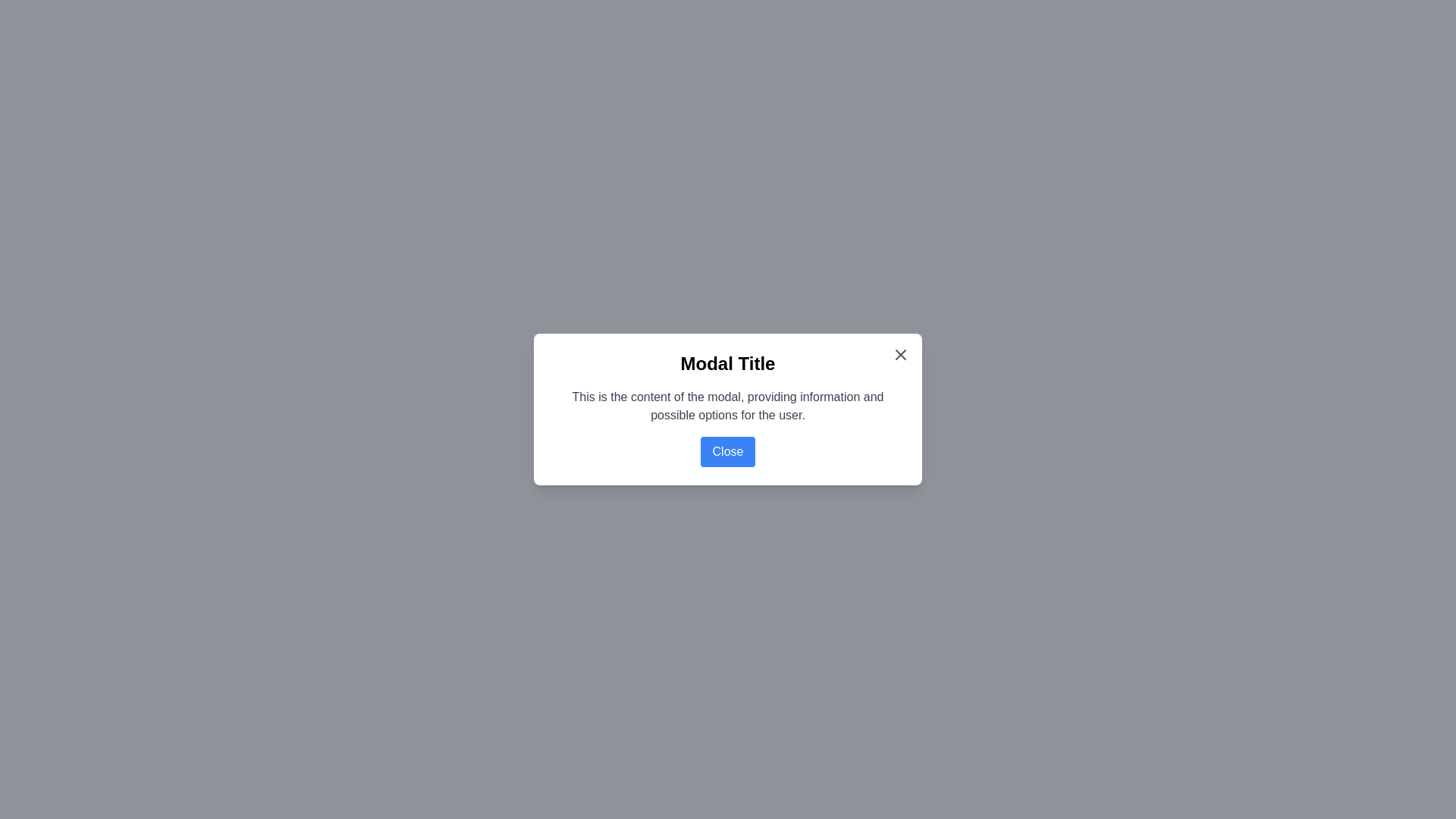 The image size is (1456, 819). What do you see at coordinates (728, 451) in the screenshot?
I see `the button located at the bottom center of the modal window` at bounding box center [728, 451].